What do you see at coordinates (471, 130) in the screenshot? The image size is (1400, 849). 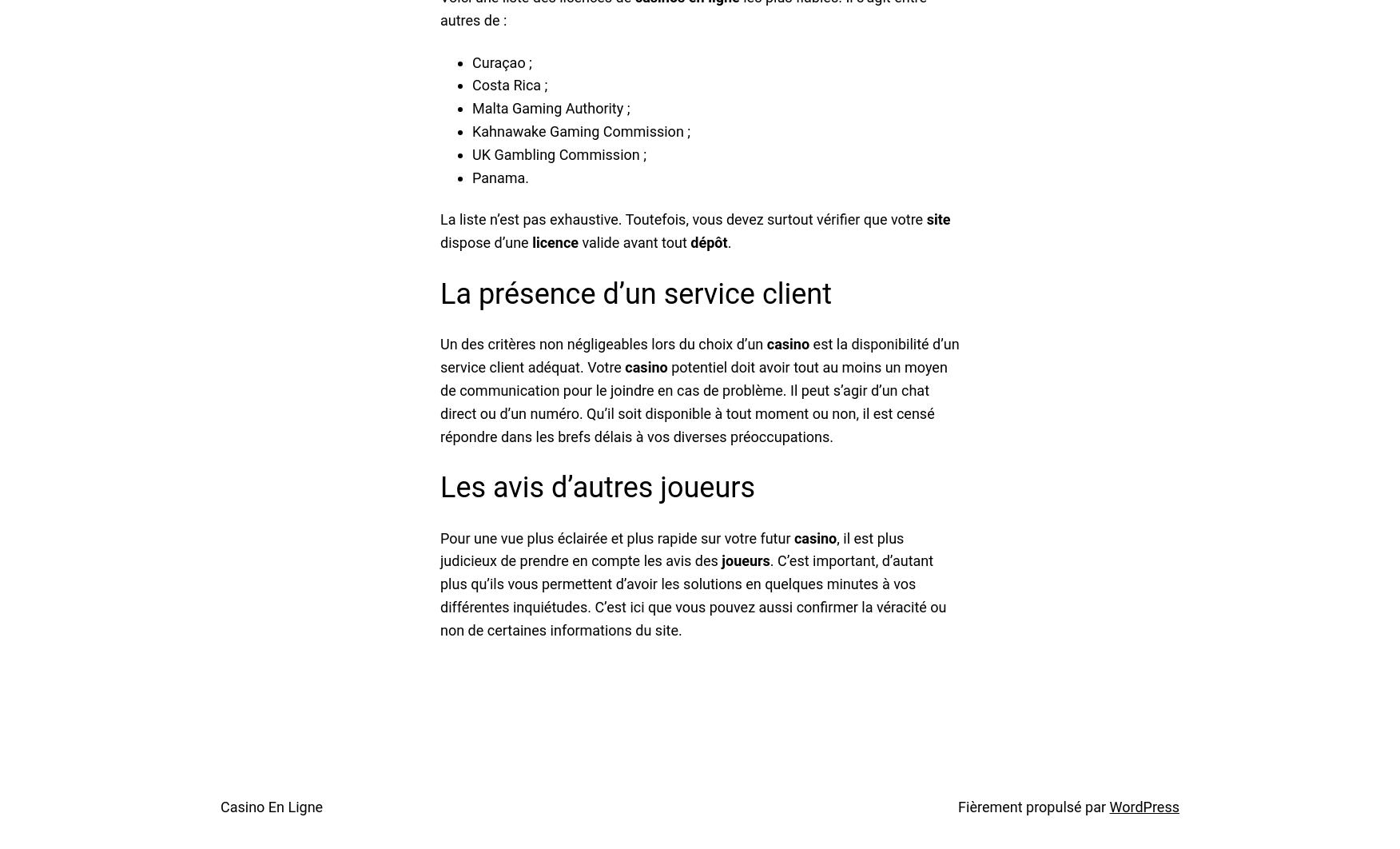 I see `'Kahnawake Gaming Commission ;'` at bounding box center [471, 130].